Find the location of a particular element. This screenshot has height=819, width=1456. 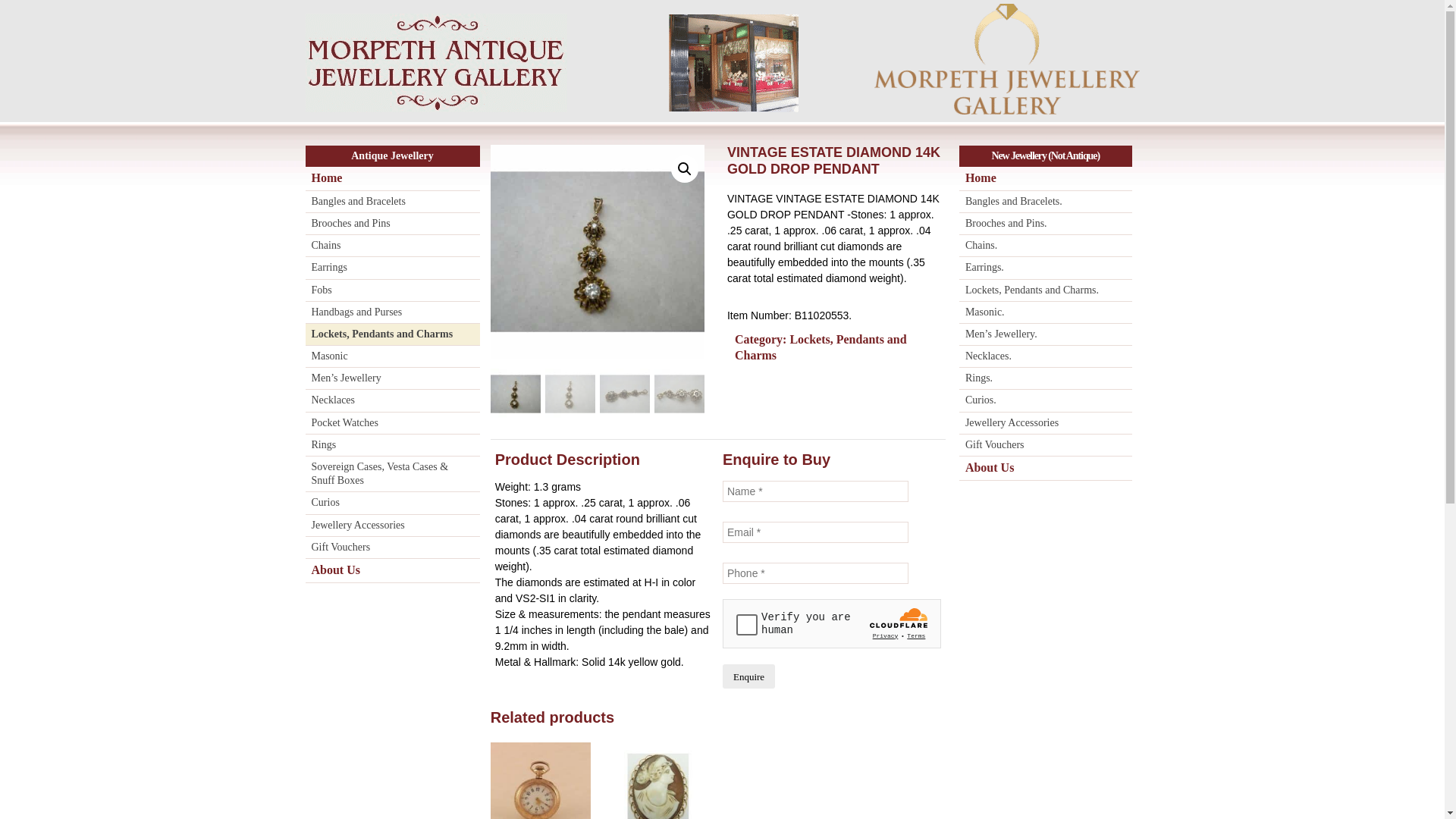

'Home' is located at coordinates (304, 177).